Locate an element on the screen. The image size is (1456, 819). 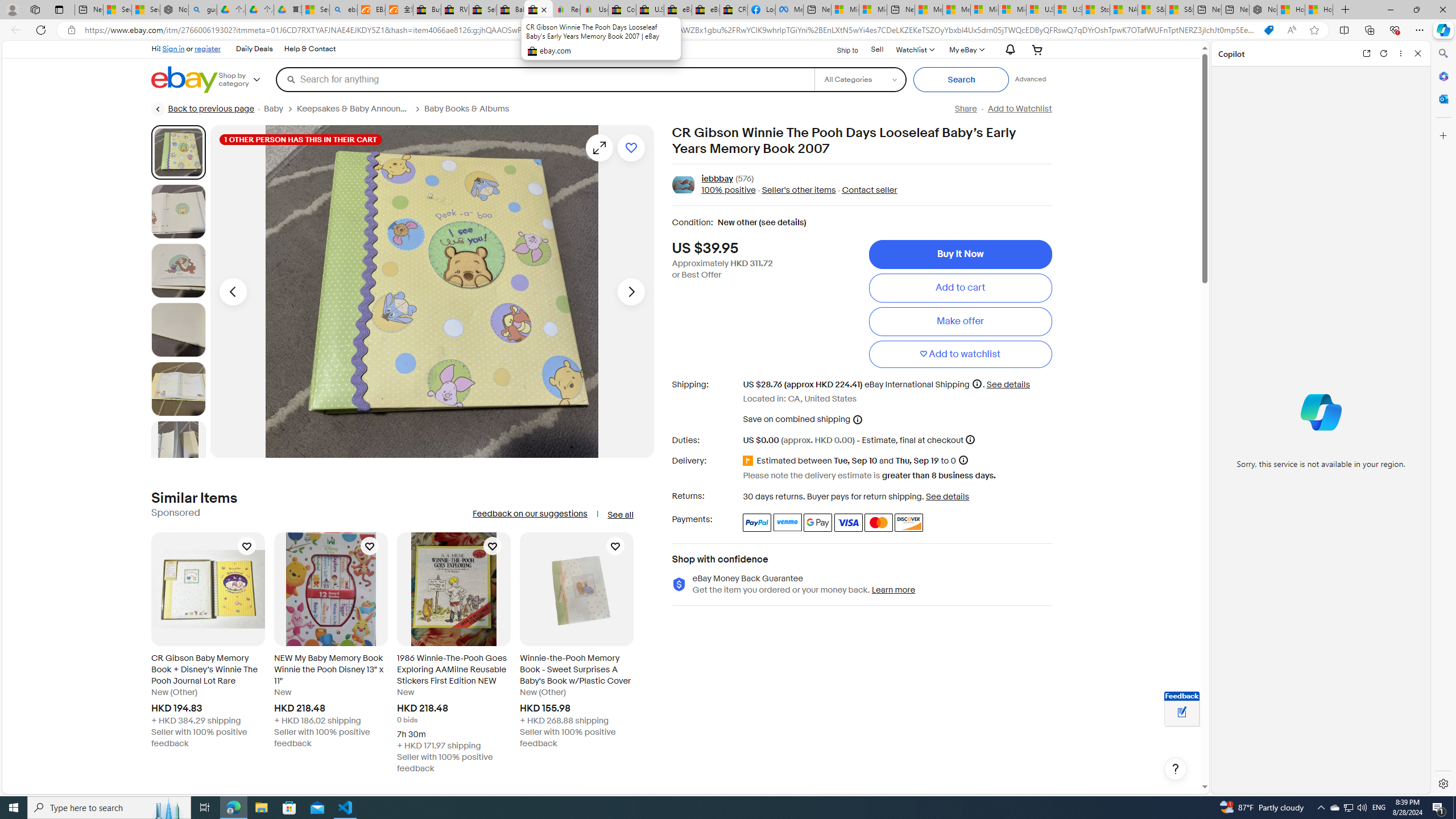
'Back to previous page' is located at coordinates (202, 109).